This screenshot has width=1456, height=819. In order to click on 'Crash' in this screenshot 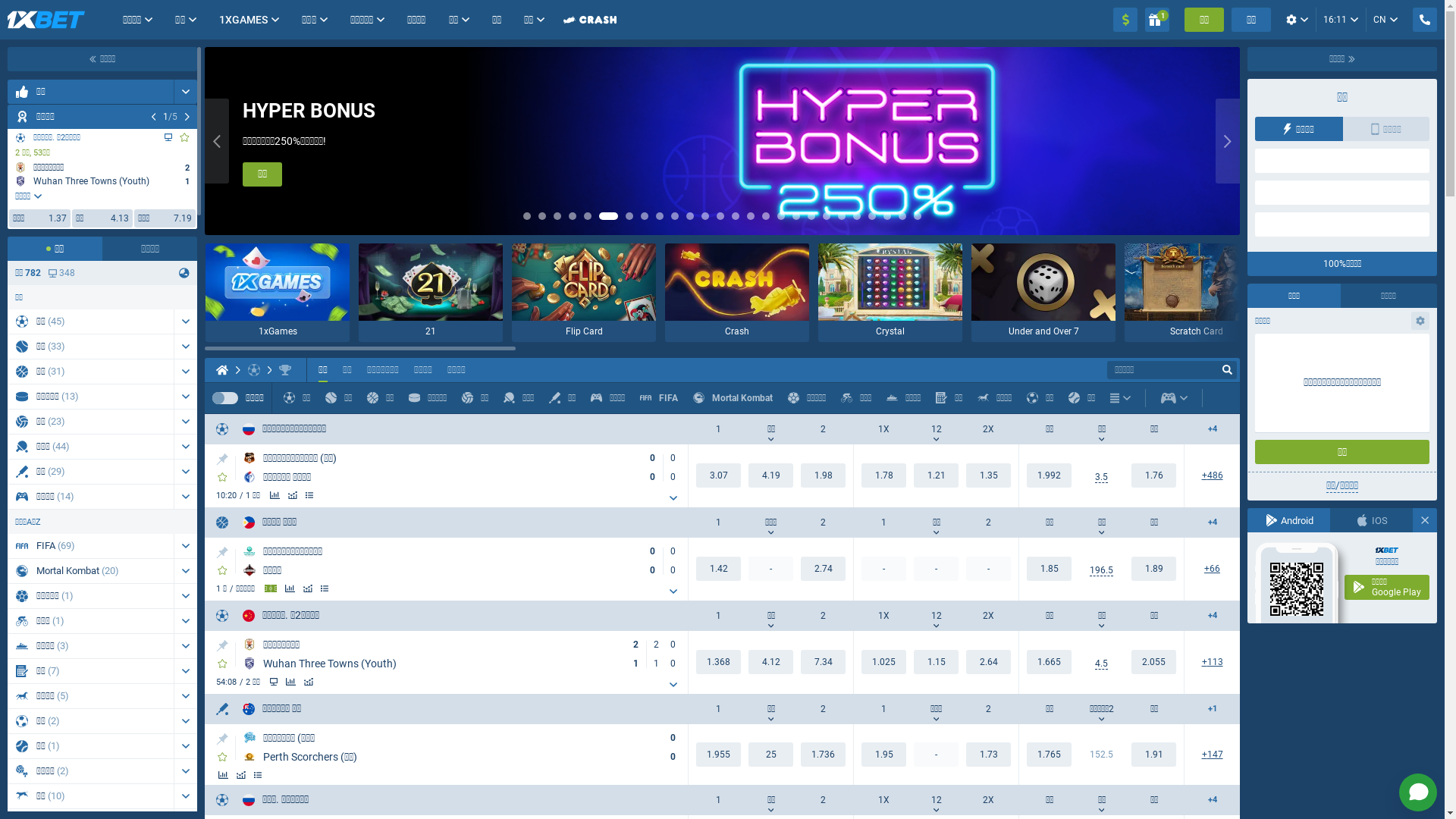, I will do `click(736, 292)`.